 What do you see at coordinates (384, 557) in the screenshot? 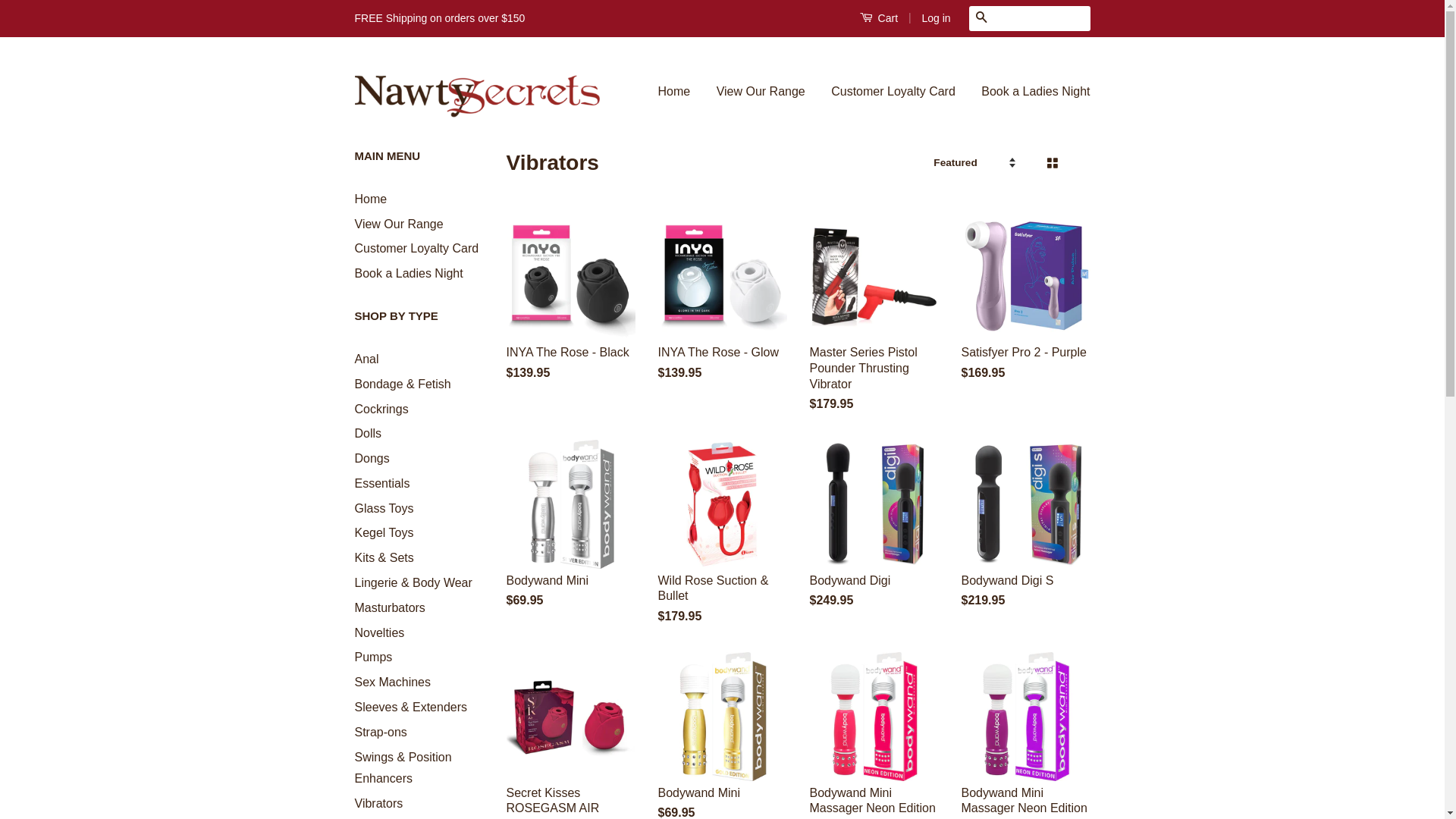
I see `'Kits & Sets'` at bounding box center [384, 557].